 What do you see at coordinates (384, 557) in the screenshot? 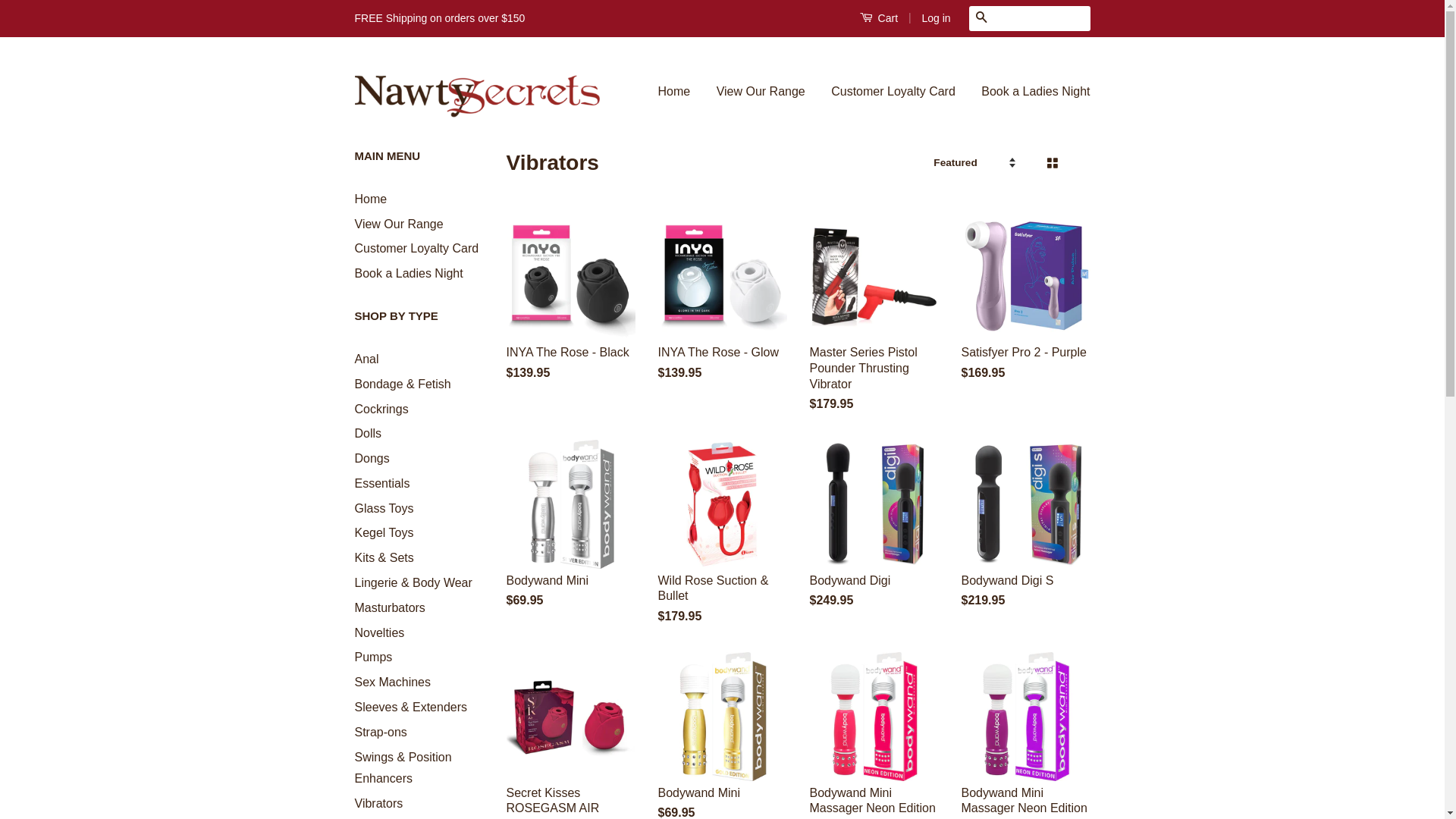
I see `'Kits & Sets'` at bounding box center [384, 557].